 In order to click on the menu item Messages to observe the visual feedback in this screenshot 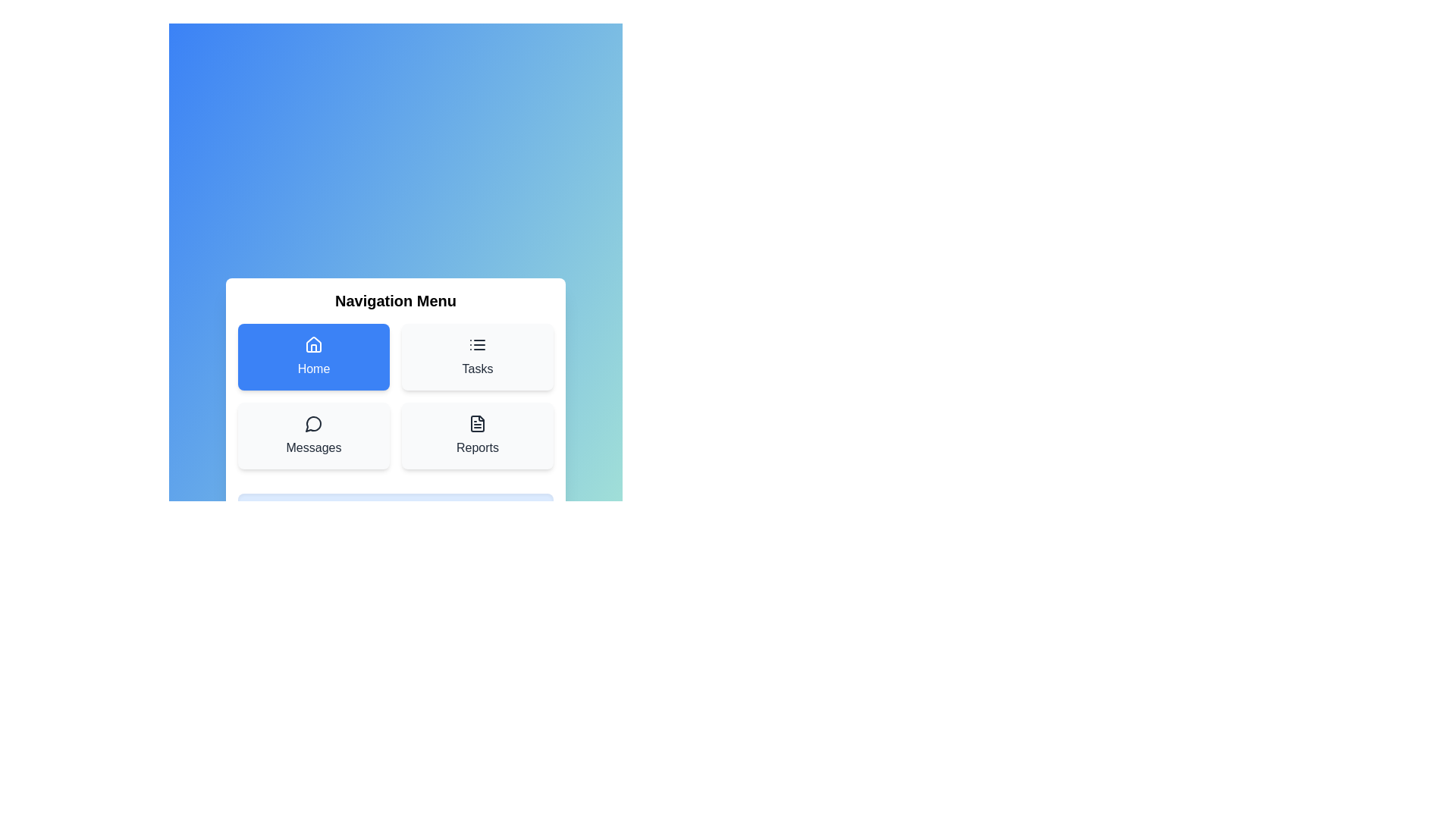, I will do `click(312, 435)`.